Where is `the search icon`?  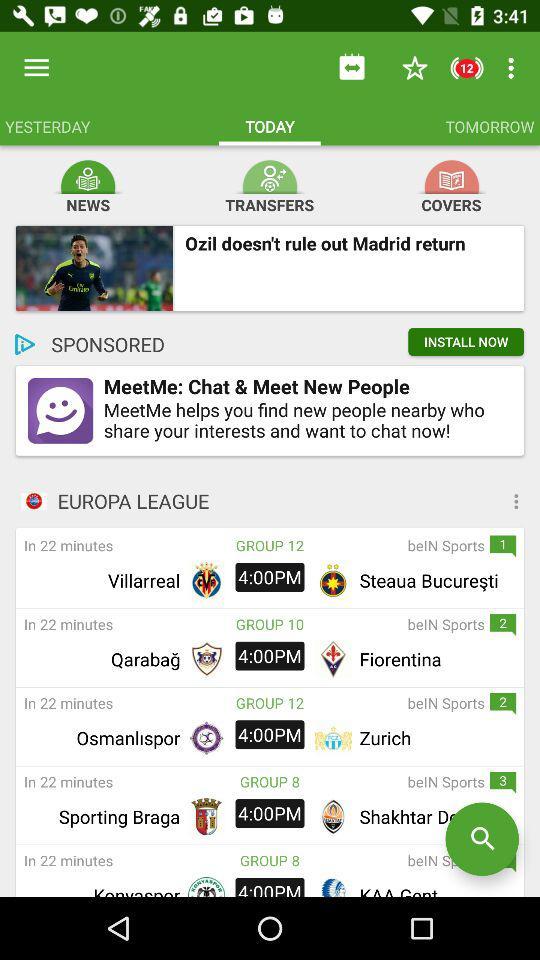 the search icon is located at coordinates (481, 839).